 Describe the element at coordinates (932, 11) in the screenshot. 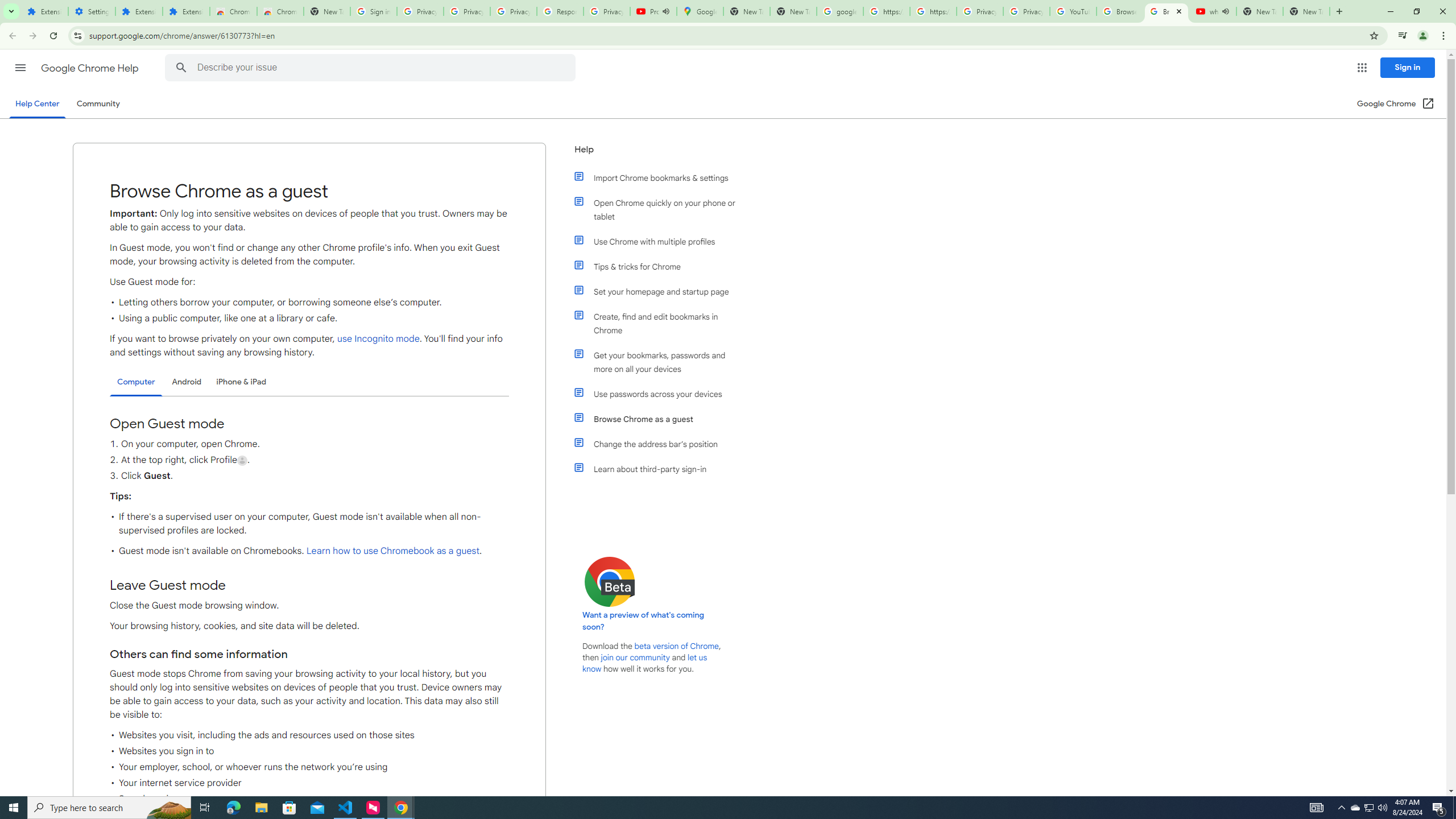

I see `'https://scholar.google.com/'` at that location.